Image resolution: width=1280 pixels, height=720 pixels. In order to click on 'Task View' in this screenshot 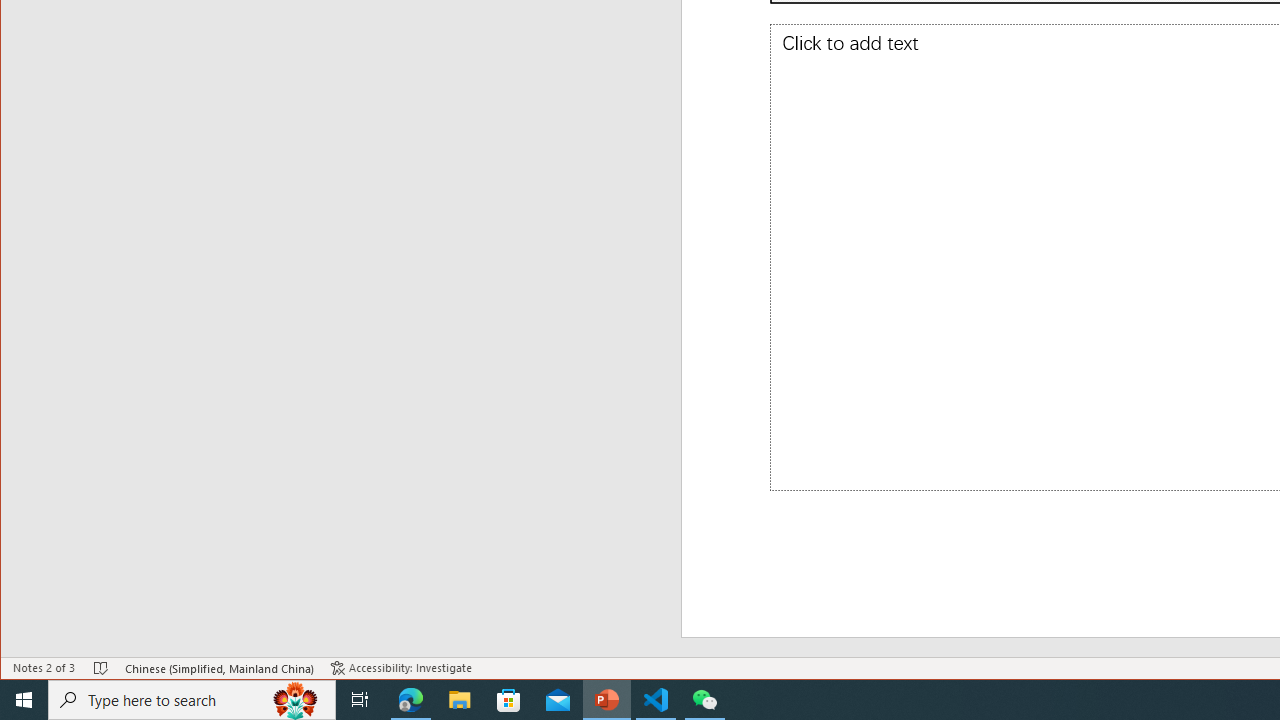, I will do `click(359, 698)`.